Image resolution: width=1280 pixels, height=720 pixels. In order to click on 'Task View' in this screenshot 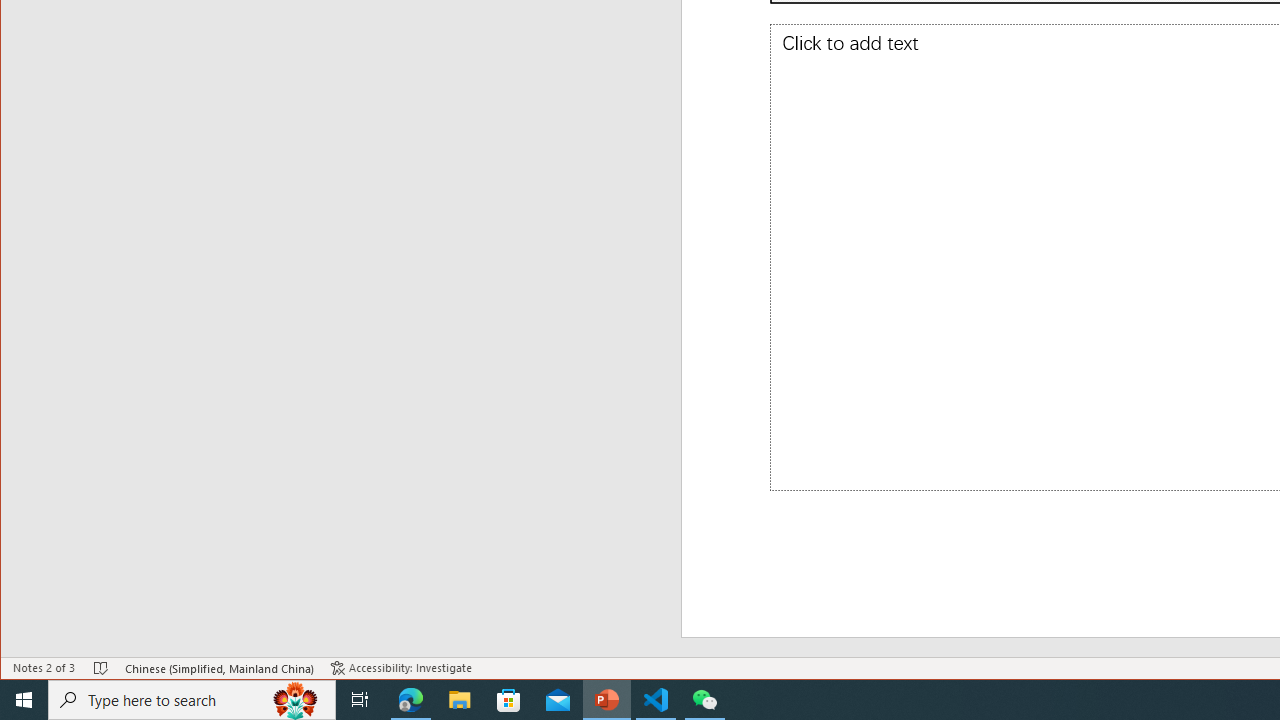, I will do `click(359, 698)`.